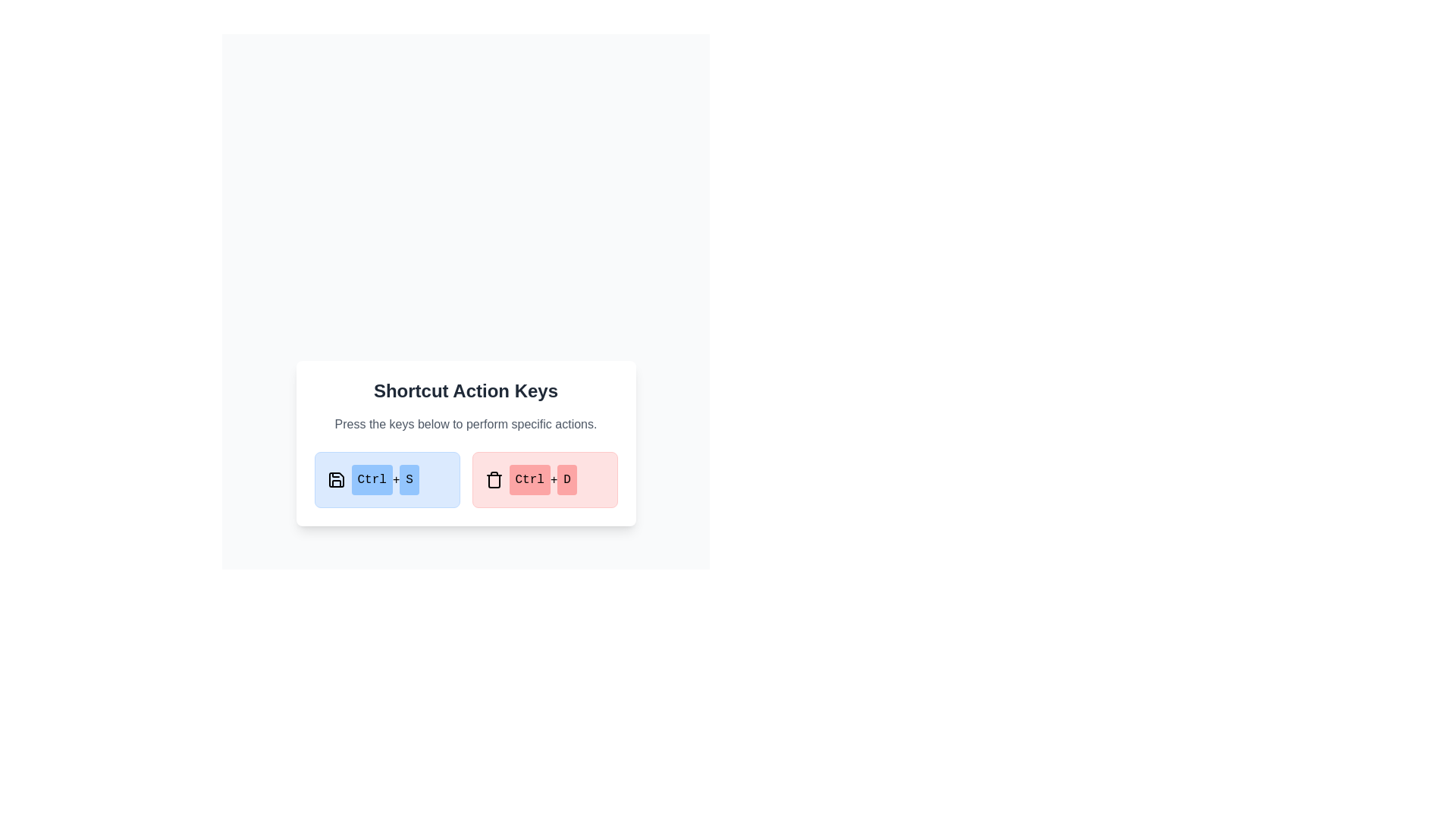 The height and width of the screenshot is (819, 1456). I want to click on the rounded rectangular button with a red background and black text 'D', which is part of the 'Ctrl+D' key representation, so click(566, 479).